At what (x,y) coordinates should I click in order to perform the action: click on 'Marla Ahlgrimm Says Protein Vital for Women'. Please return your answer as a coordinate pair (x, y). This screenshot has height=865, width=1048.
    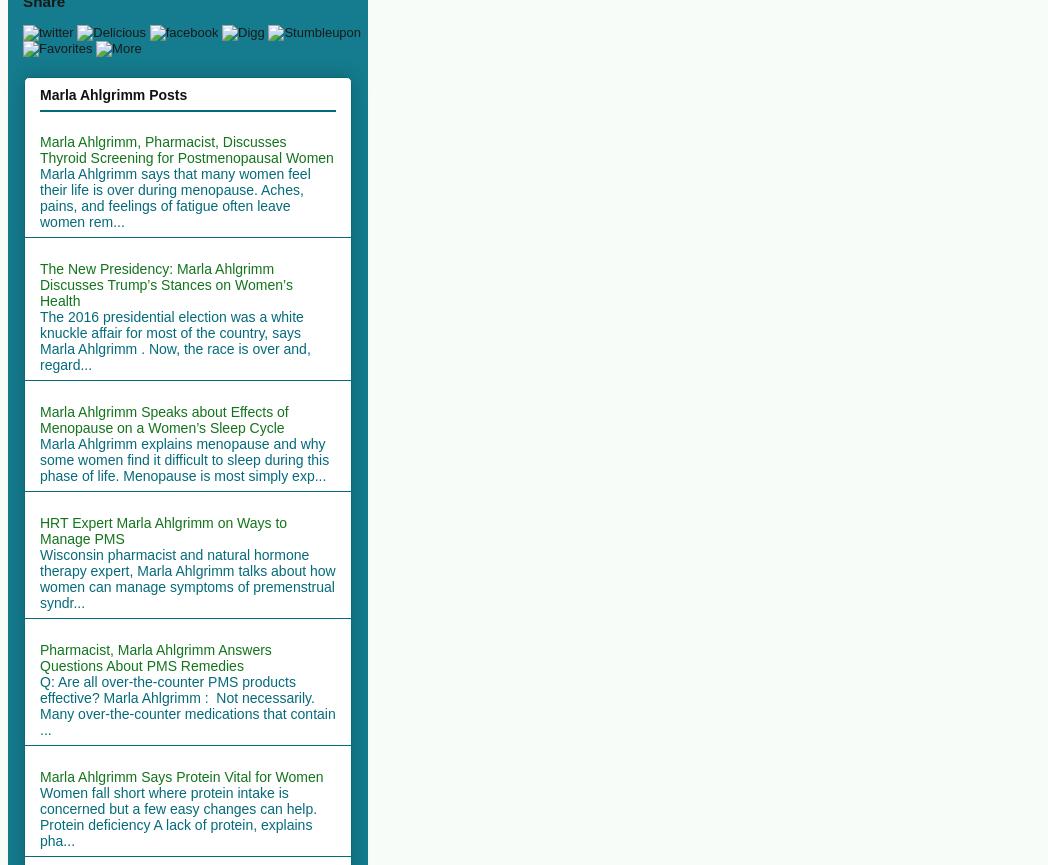
    Looking at the image, I should click on (180, 774).